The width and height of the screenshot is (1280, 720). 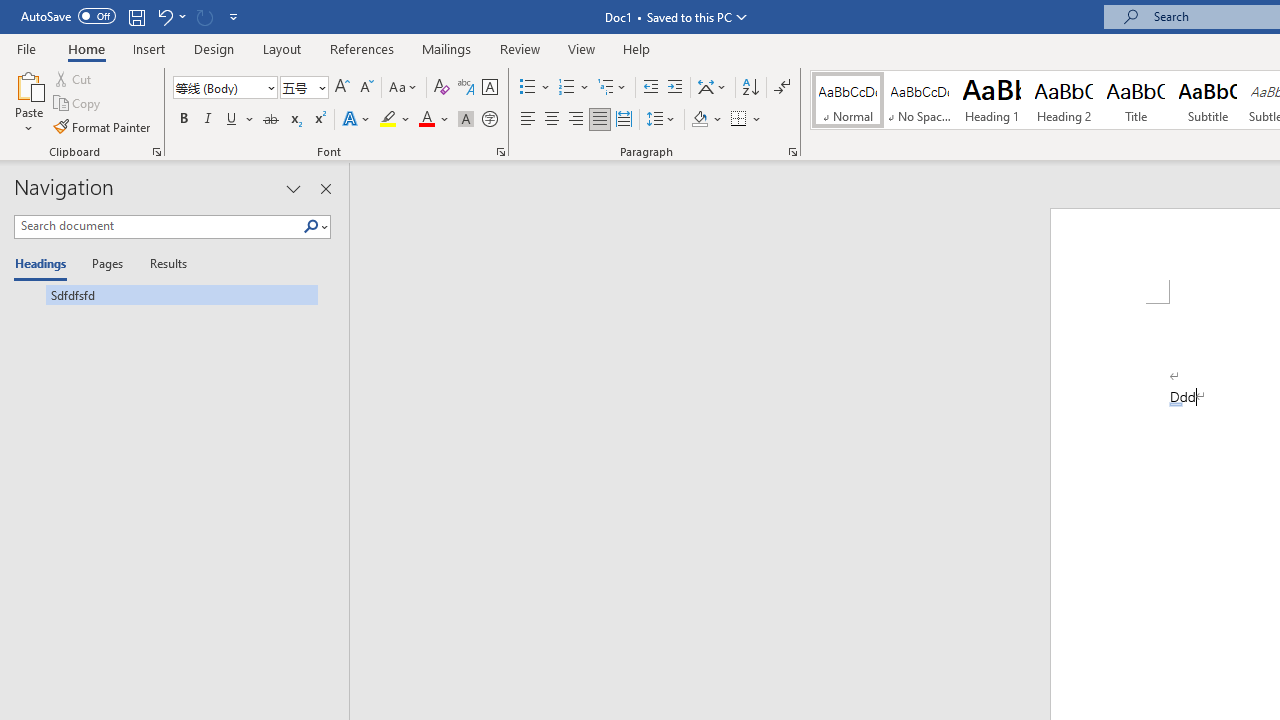 I want to click on 'Undo AutoCorrect', so click(x=164, y=16).